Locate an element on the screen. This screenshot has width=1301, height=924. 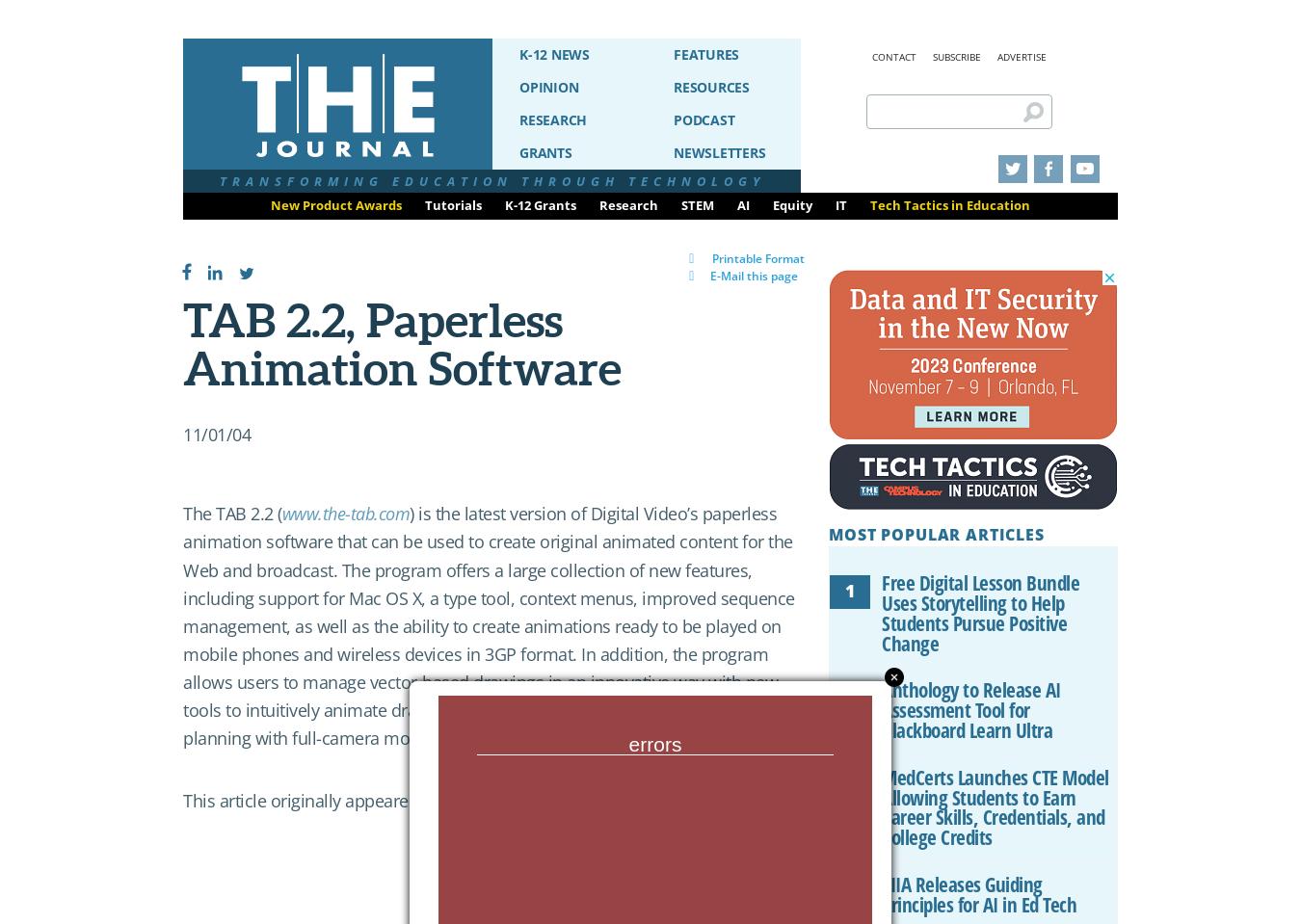
'K-12 Grants' is located at coordinates (540, 204).